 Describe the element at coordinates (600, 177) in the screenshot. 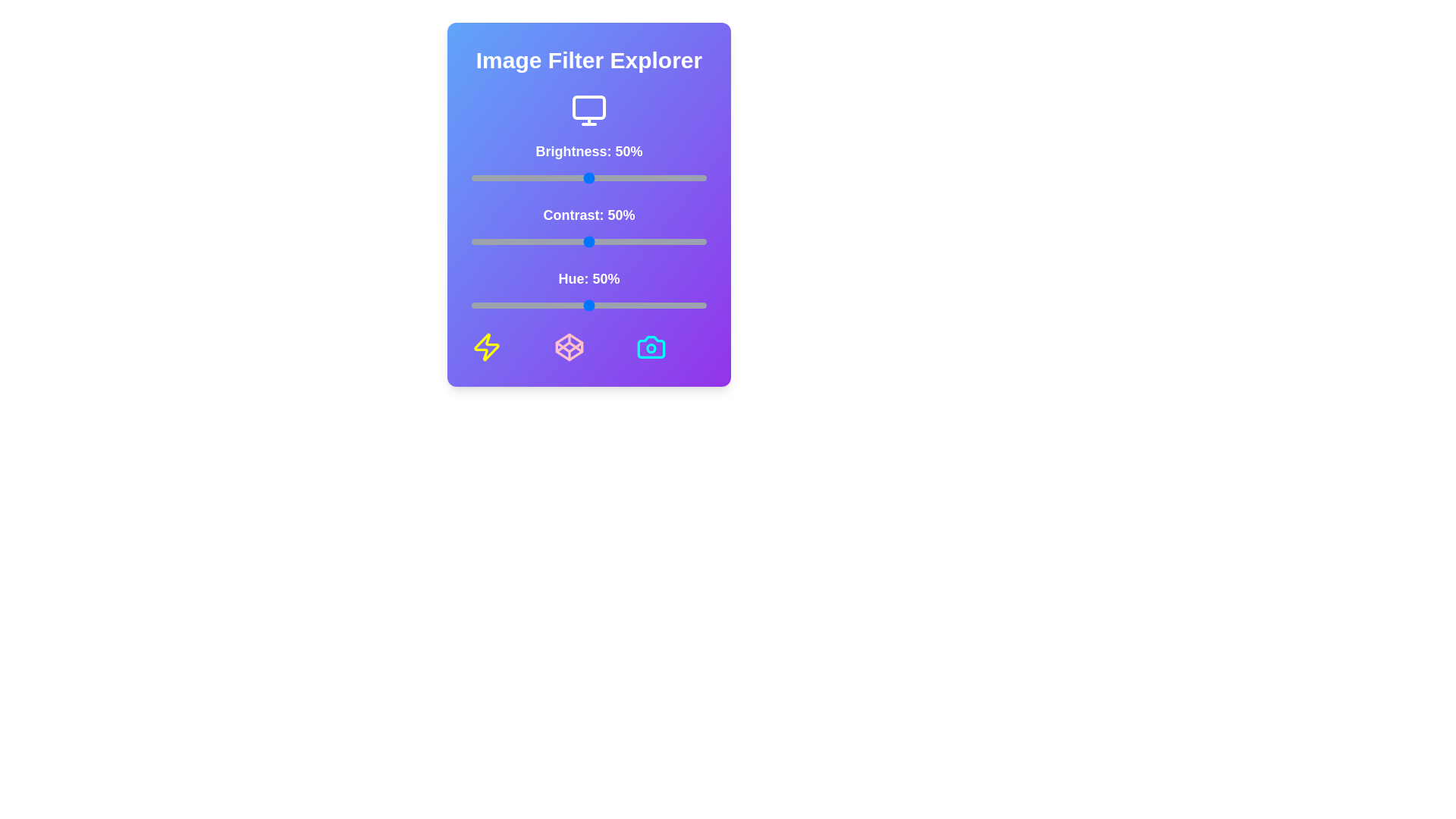

I see `the brightness slider to 55%` at that location.